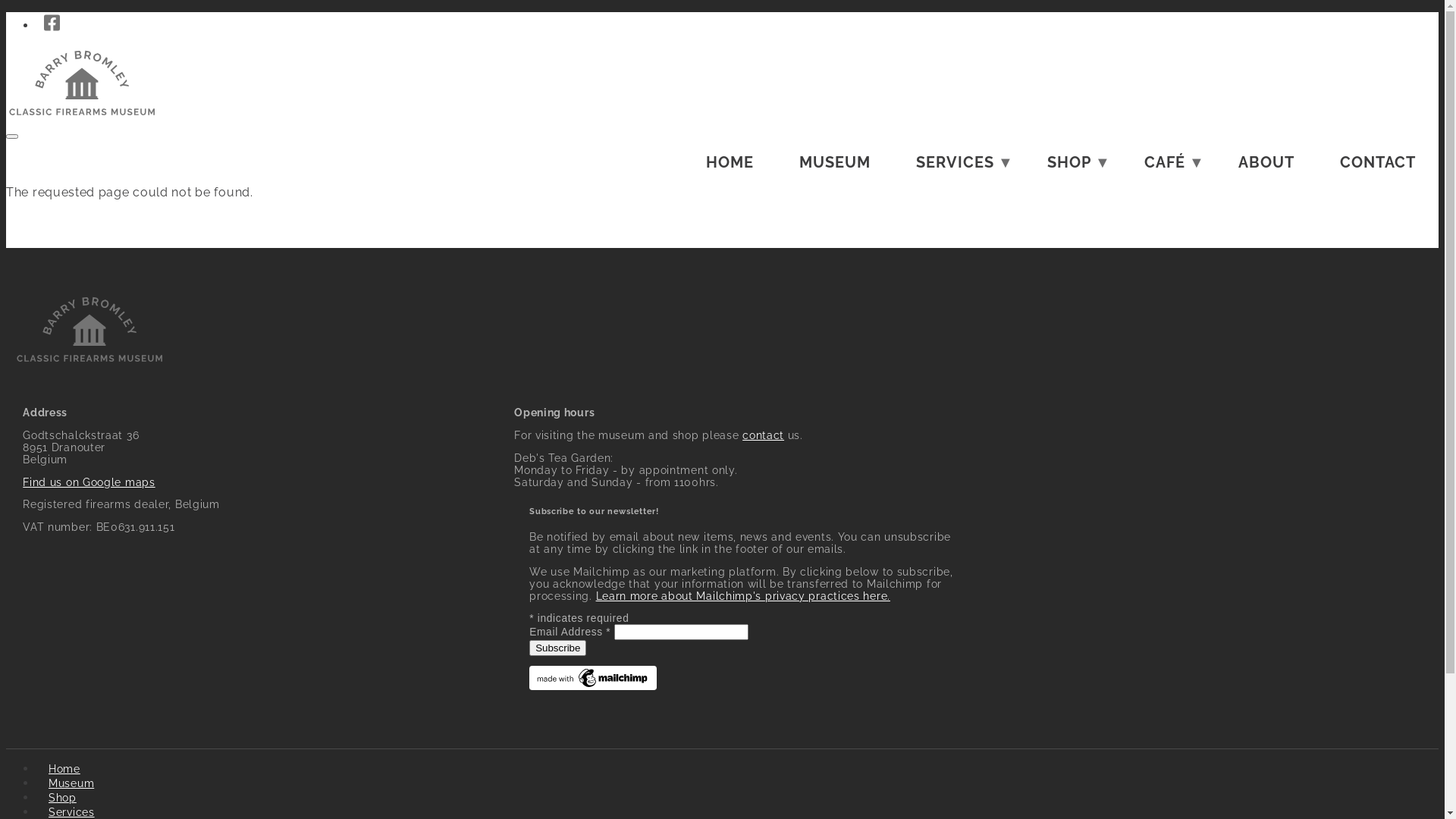 The width and height of the screenshot is (1456, 819). I want to click on 'Home', so click(64, 769).